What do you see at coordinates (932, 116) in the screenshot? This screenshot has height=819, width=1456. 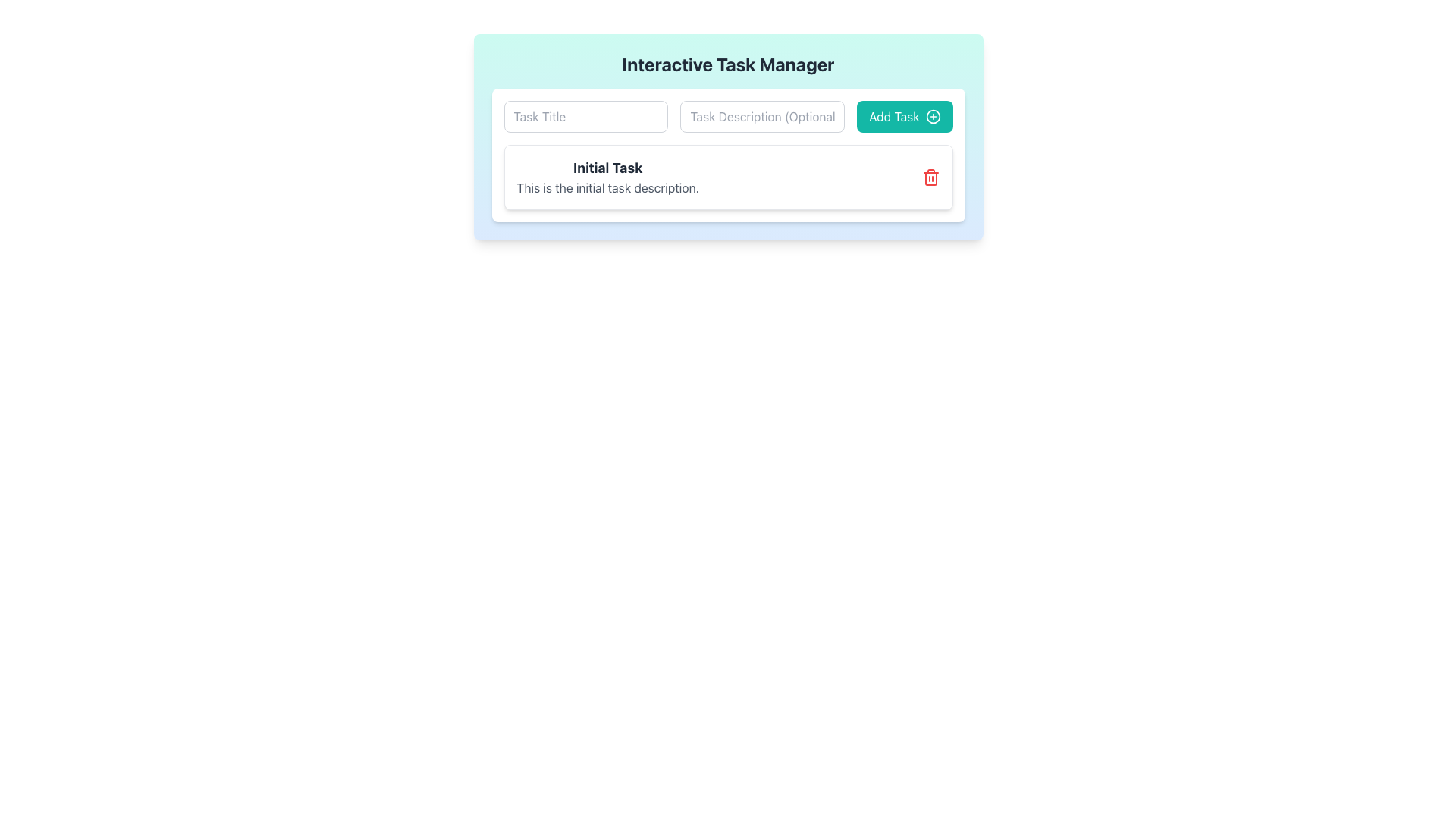 I see `circular plus icon located inside the green 'Add Task' button, which is positioned to the right of the label 'Add Task'` at bounding box center [932, 116].